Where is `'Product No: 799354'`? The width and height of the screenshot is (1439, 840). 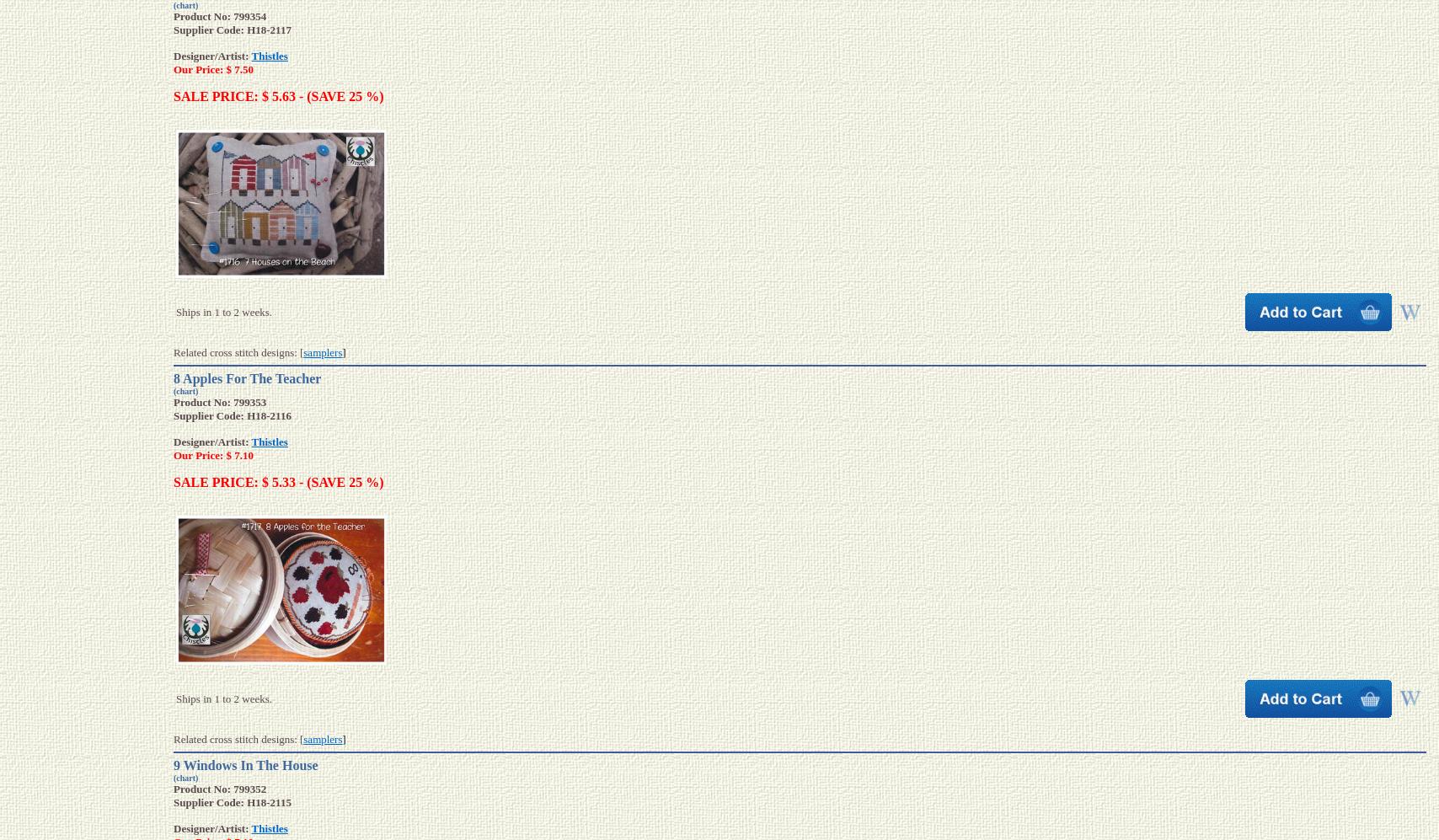
'Product No: 799354' is located at coordinates (219, 16).